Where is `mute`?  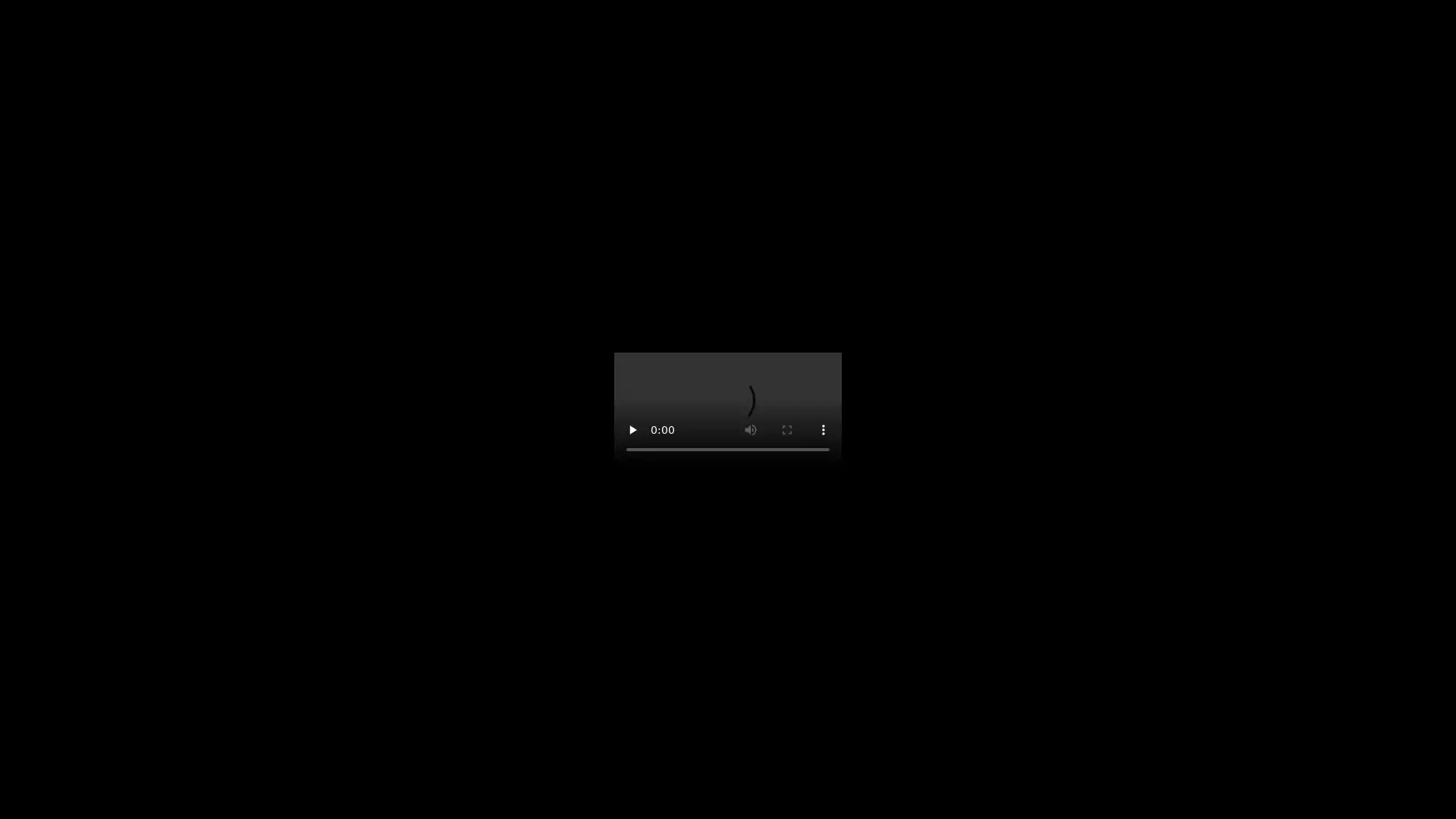 mute is located at coordinates (750, 430).